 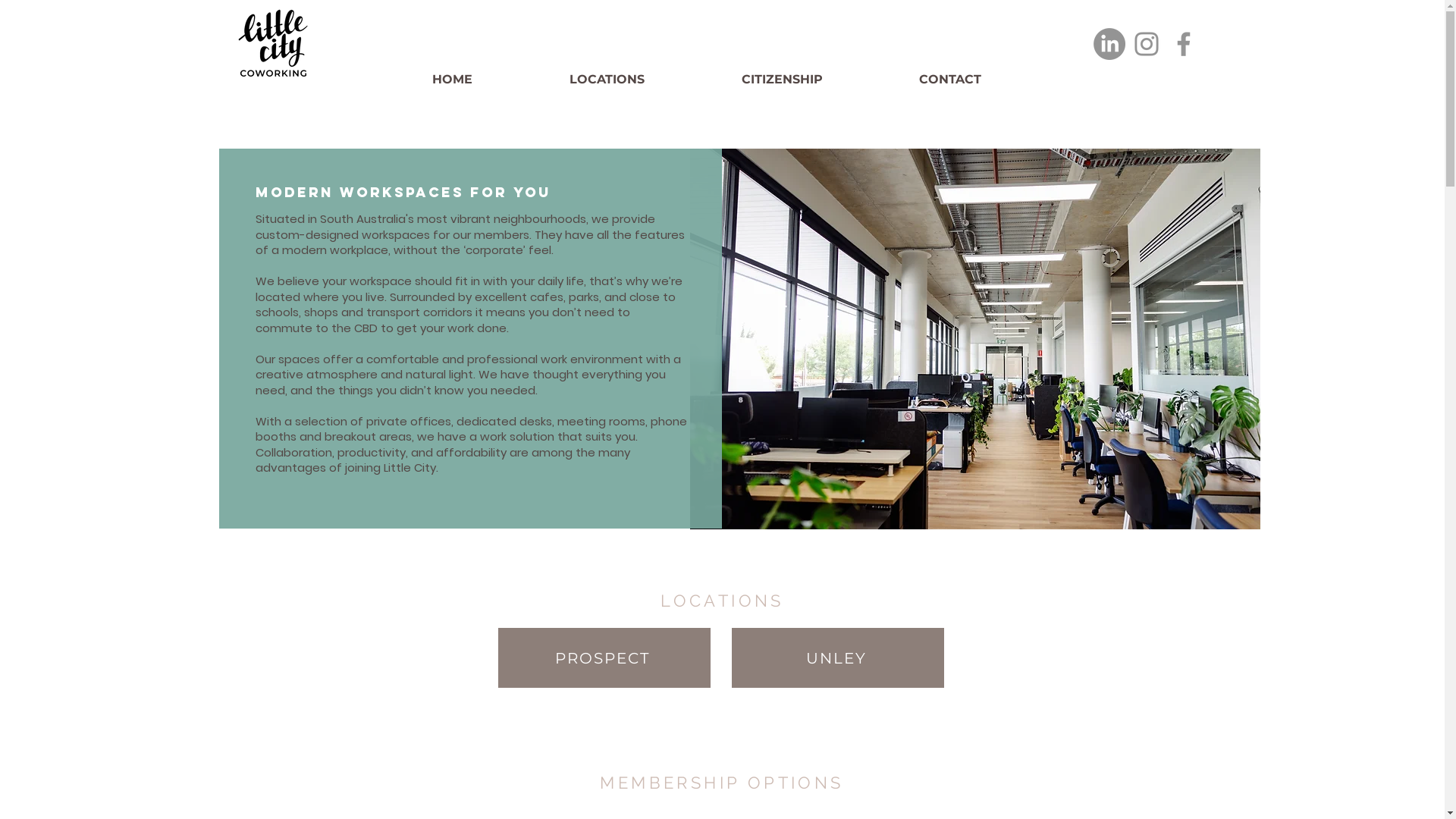 What do you see at coordinates (603, 657) in the screenshot?
I see `'PROSPECT'` at bounding box center [603, 657].